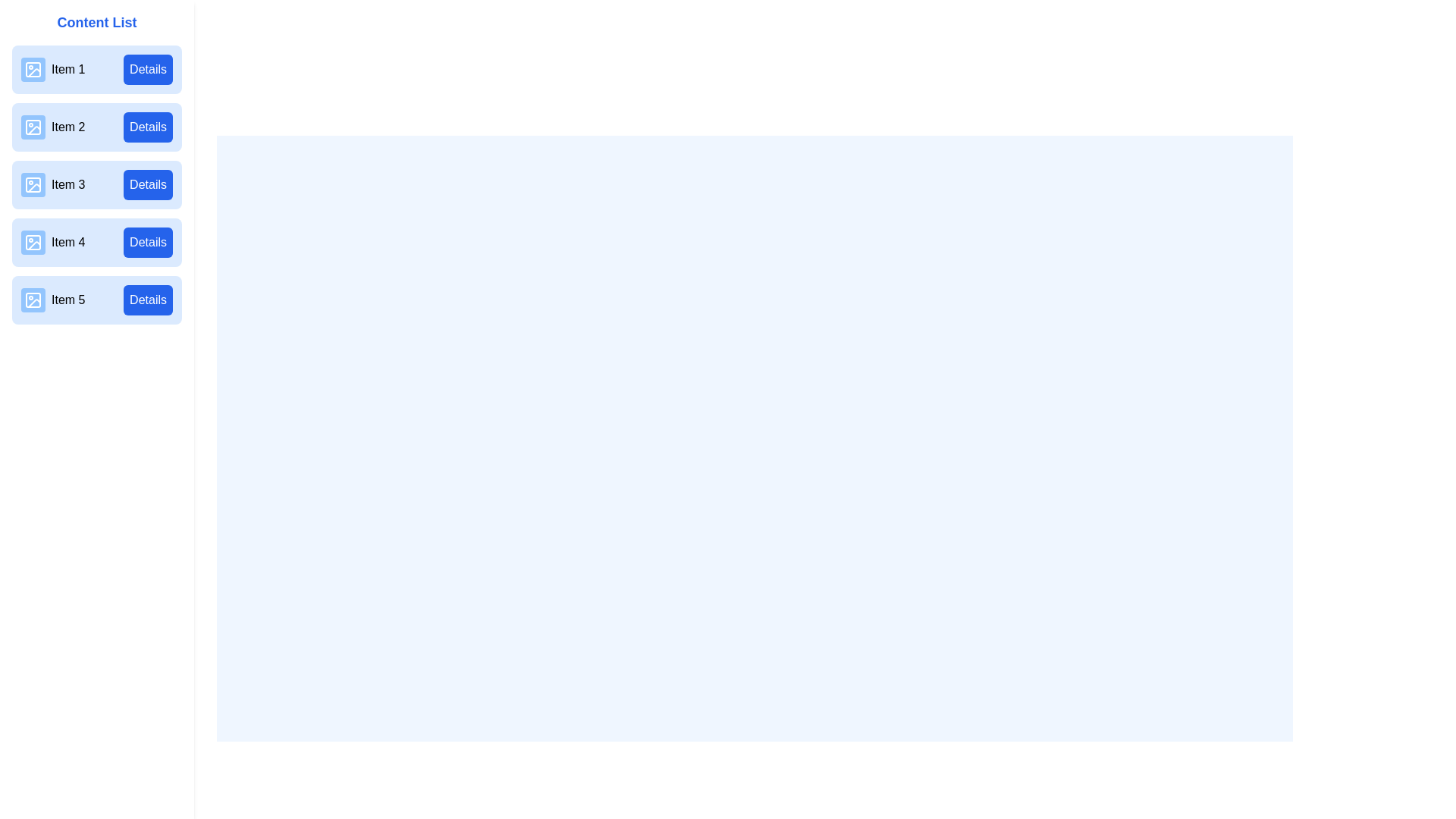 The image size is (1456, 819). Describe the element at coordinates (33, 127) in the screenshot. I see `the icon representing image content associated with 'Item 2' in the list, positioned at the top-left corner of the entry` at that location.